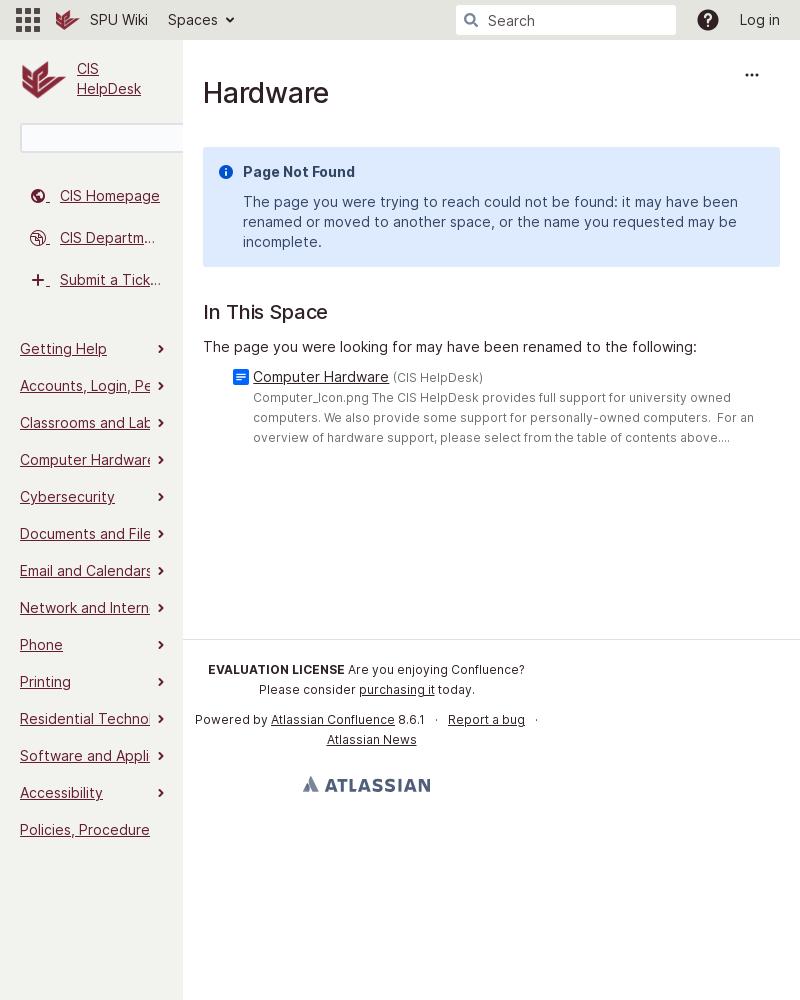 The height and width of the screenshot is (1000, 800). What do you see at coordinates (264, 312) in the screenshot?
I see `'In This Space'` at bounding box center [264, 312].